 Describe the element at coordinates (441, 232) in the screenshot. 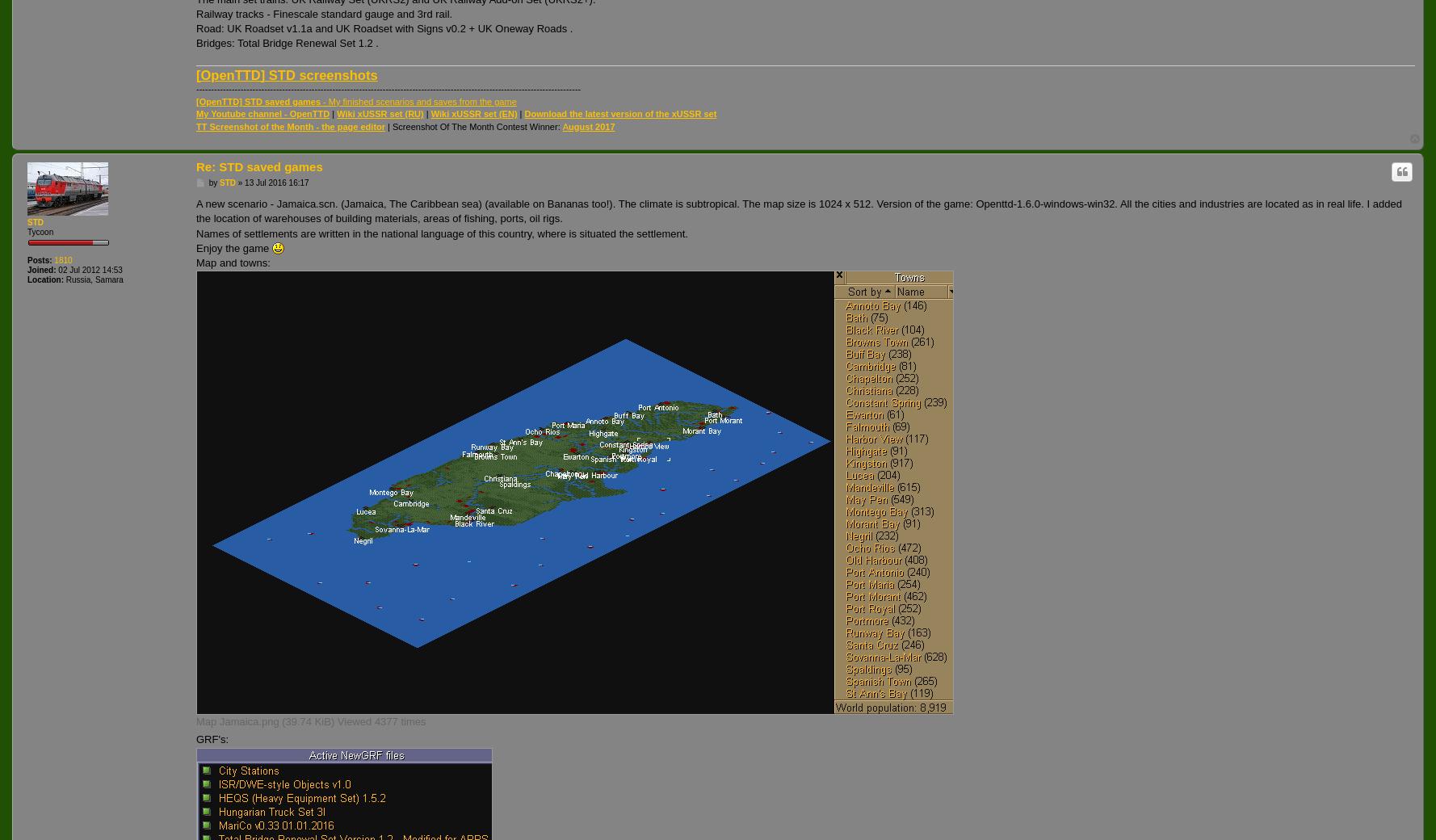

I see `'Names of settlements are written in the national language of this country, where is situated the settlement.'` at that location.